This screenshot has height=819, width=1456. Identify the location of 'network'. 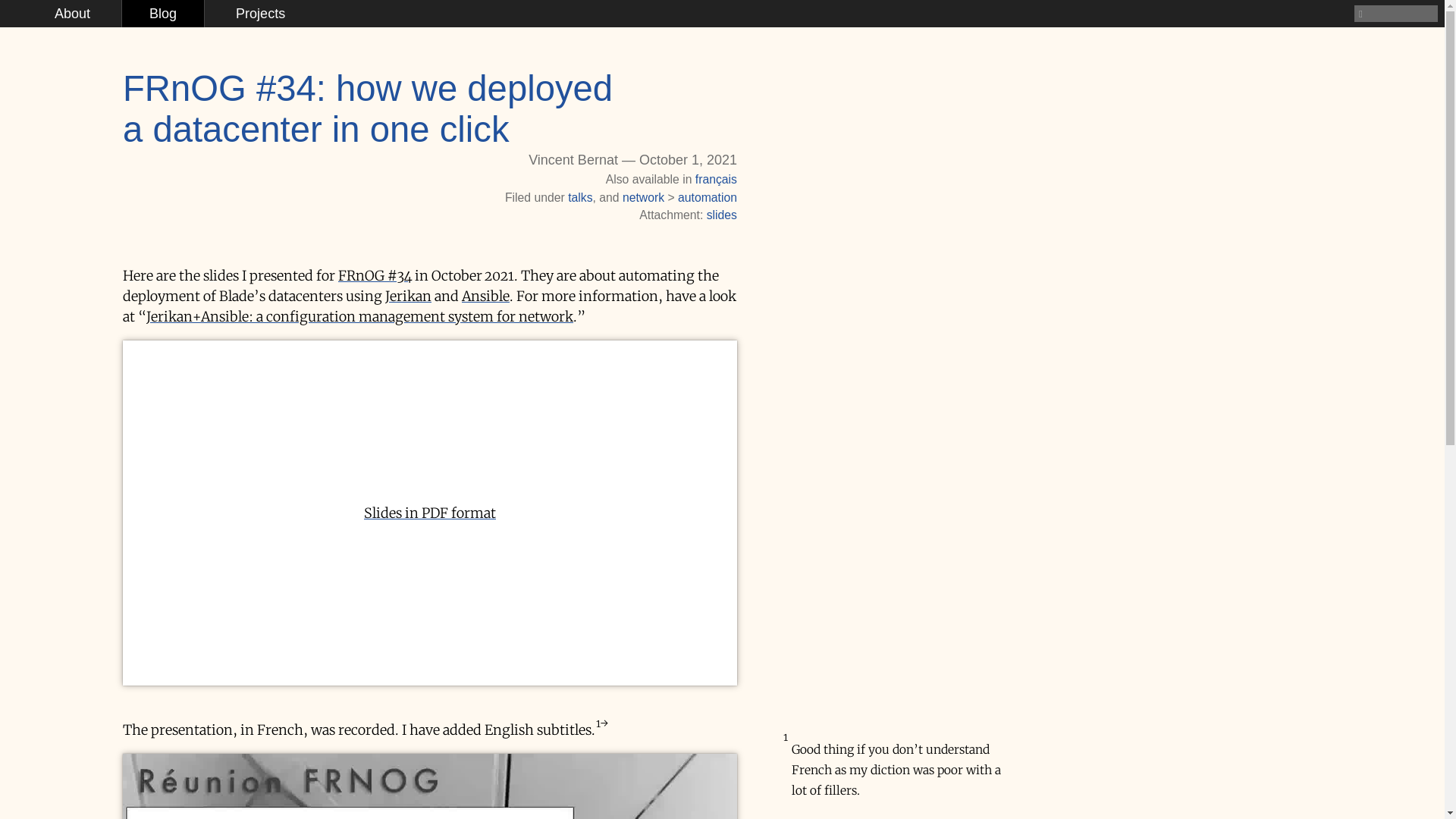
(643, 196).